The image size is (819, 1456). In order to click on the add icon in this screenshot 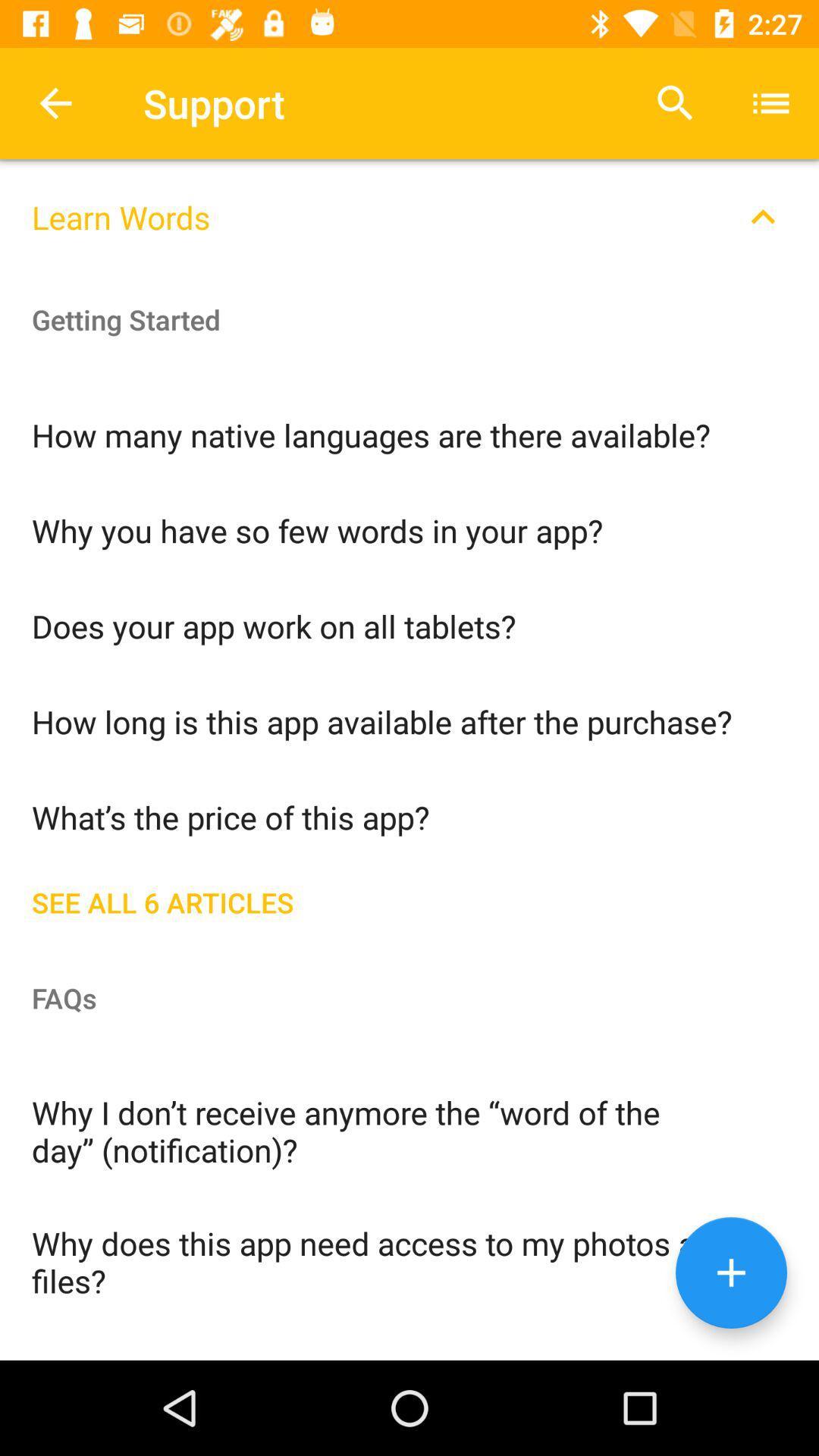, I will do `click(730, 1272)`.